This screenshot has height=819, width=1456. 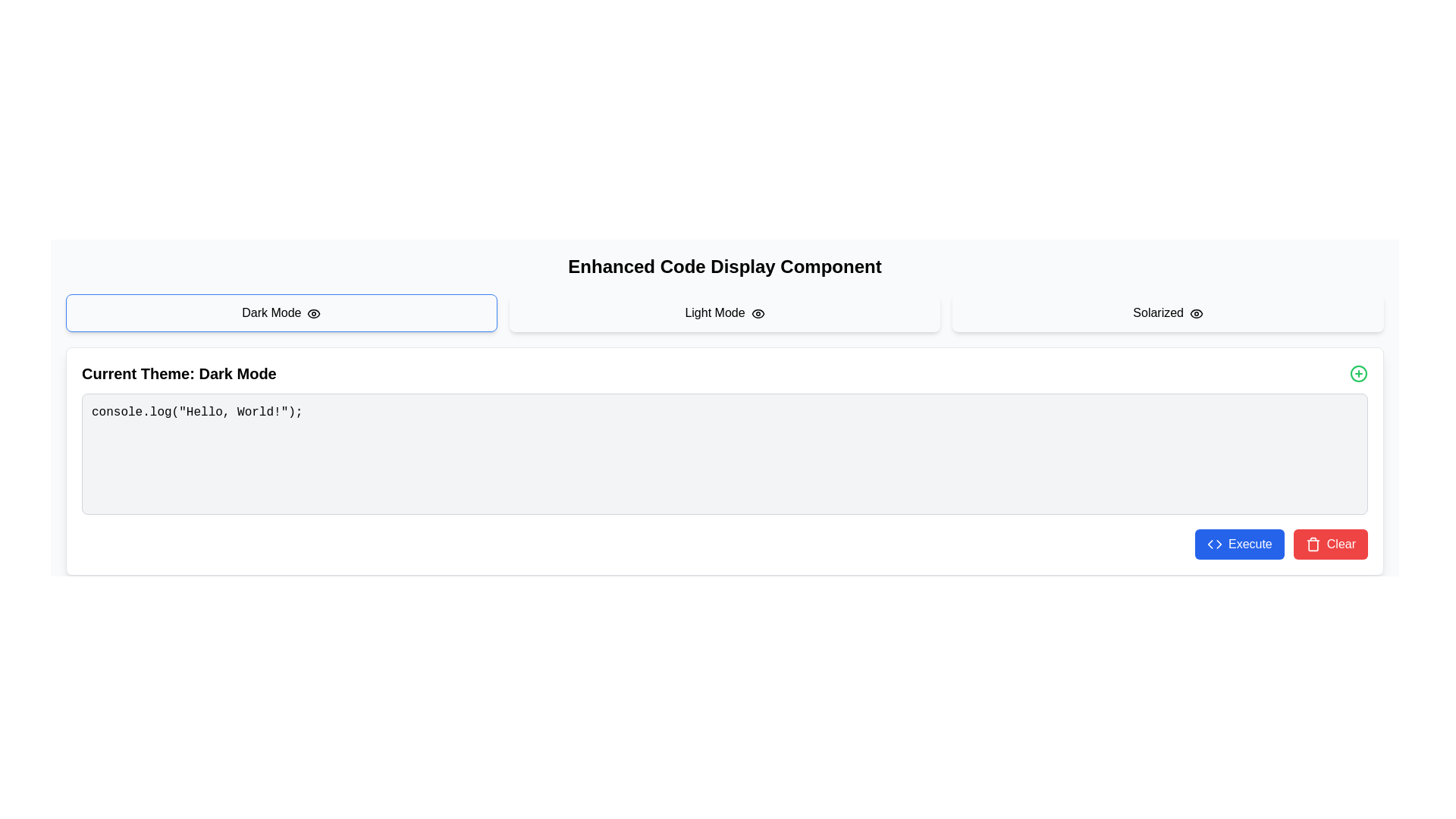 What do you see at coordinates (1329, 543) in the screenshot?
I see `the red rectangular button labeled 'Clear' with a trash icon` at bounding box center [1329, 543].